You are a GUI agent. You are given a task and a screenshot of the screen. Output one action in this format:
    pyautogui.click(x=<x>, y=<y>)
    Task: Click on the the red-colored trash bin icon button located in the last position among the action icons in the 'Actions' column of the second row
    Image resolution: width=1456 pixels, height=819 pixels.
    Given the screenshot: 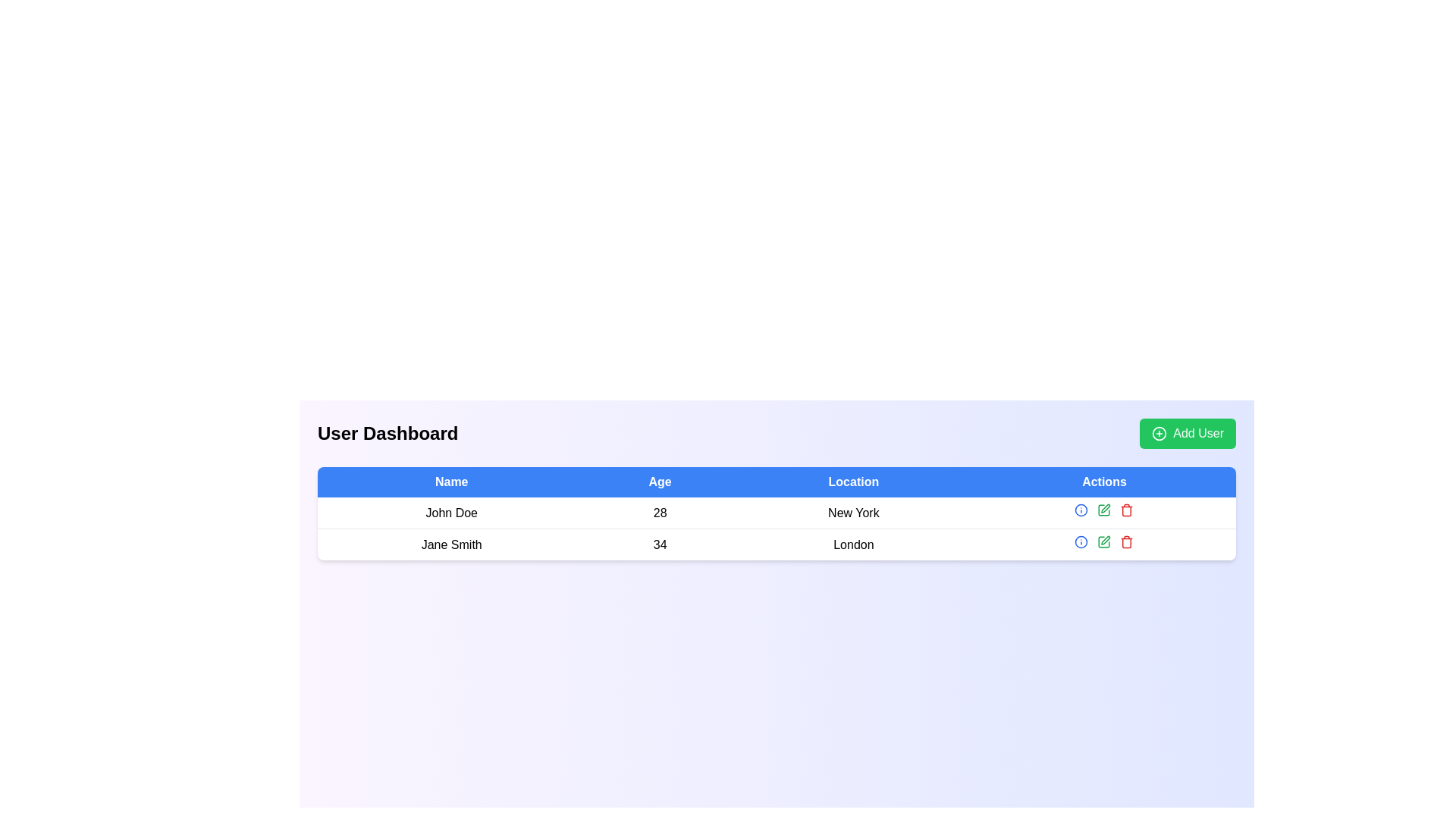 What is the action you would take?
    pyautogui.click(x=1127, y=510)
    